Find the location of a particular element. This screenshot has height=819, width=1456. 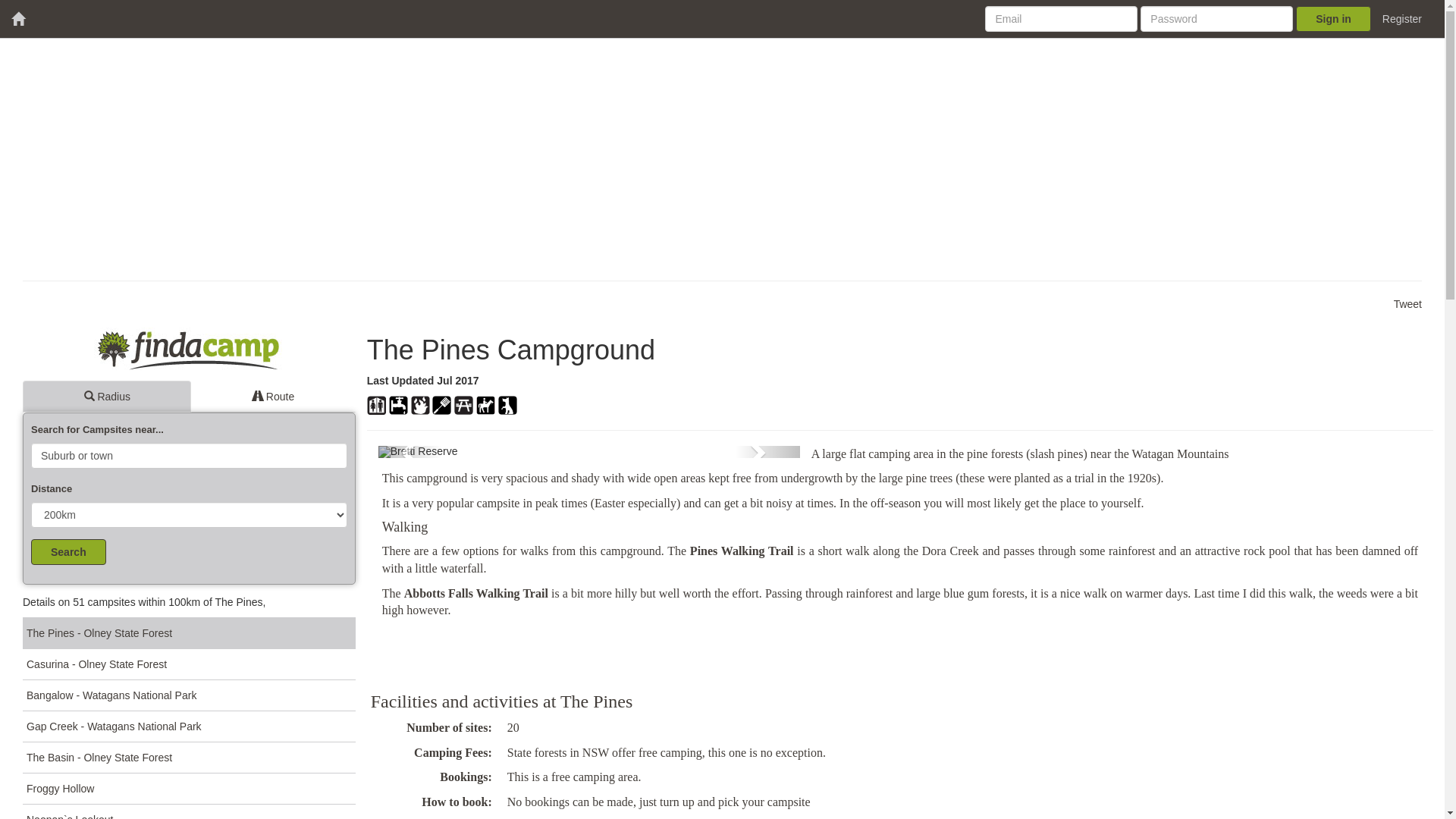

'Tweet' is located at coordinates (1394, 304).